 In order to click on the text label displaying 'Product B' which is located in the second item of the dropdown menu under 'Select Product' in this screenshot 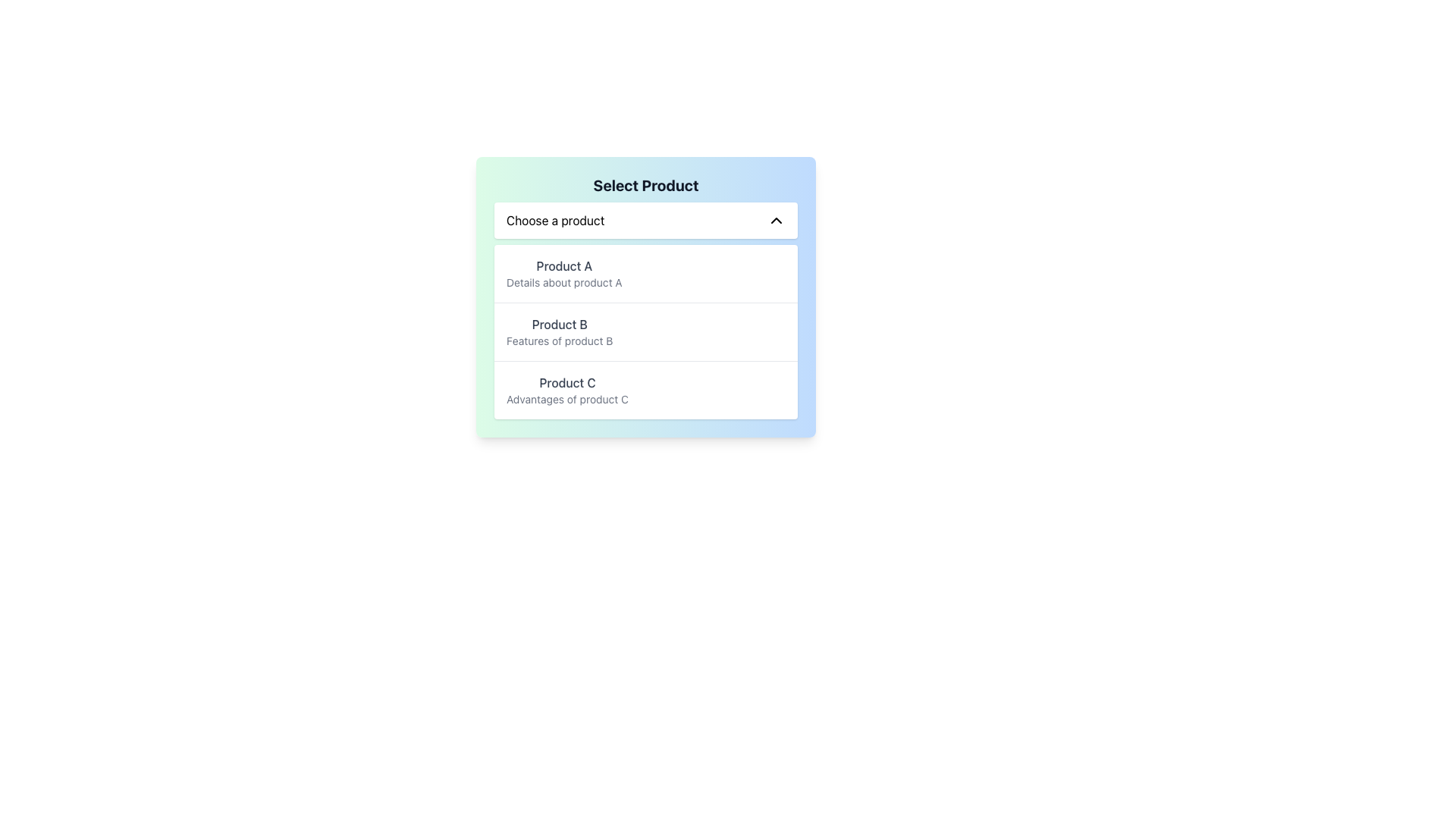, I will do `click(559, 324)`.